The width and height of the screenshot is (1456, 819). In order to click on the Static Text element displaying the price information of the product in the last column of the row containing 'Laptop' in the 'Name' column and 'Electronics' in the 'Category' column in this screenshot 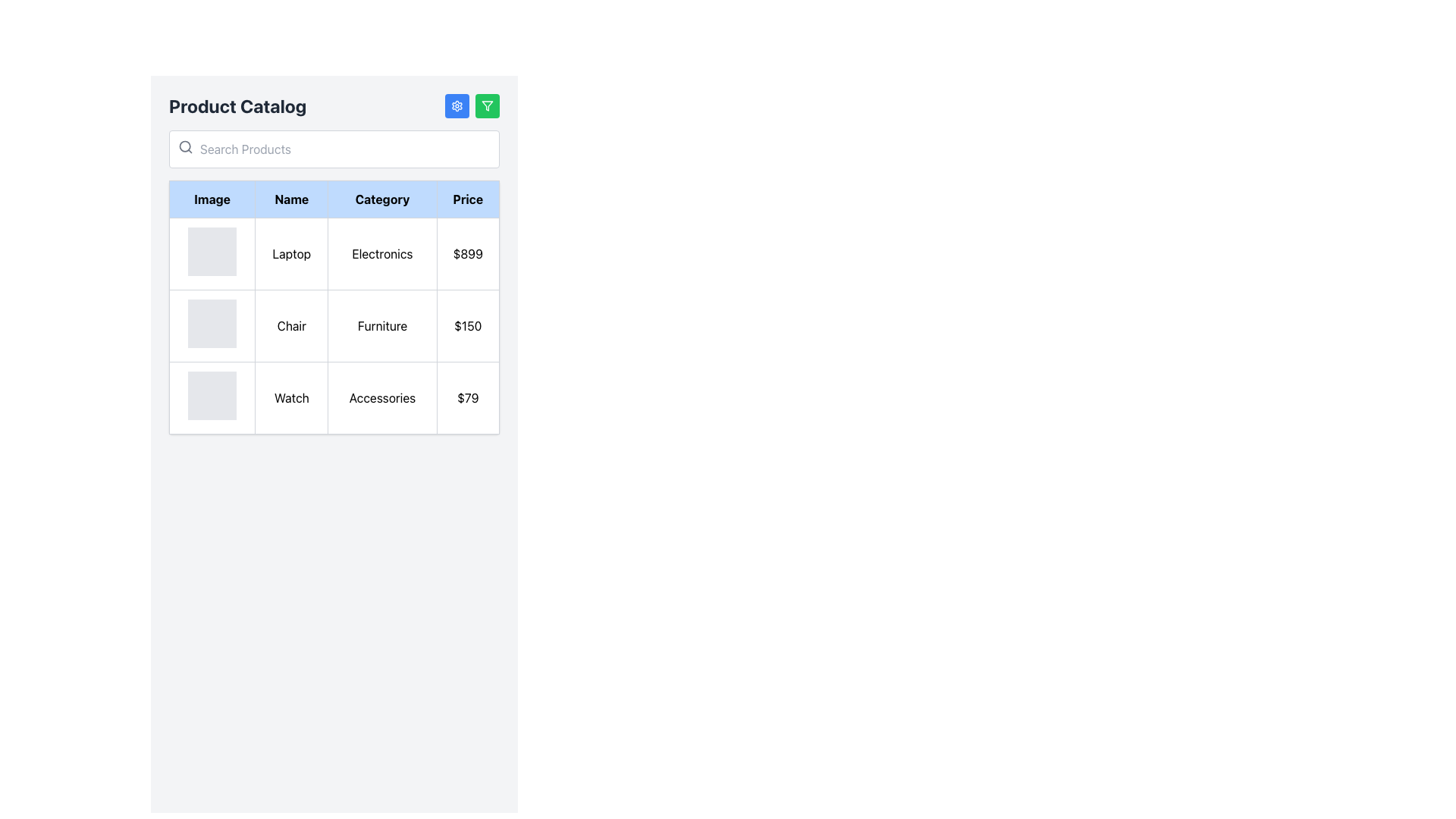, I will do `click(467, 253)`.